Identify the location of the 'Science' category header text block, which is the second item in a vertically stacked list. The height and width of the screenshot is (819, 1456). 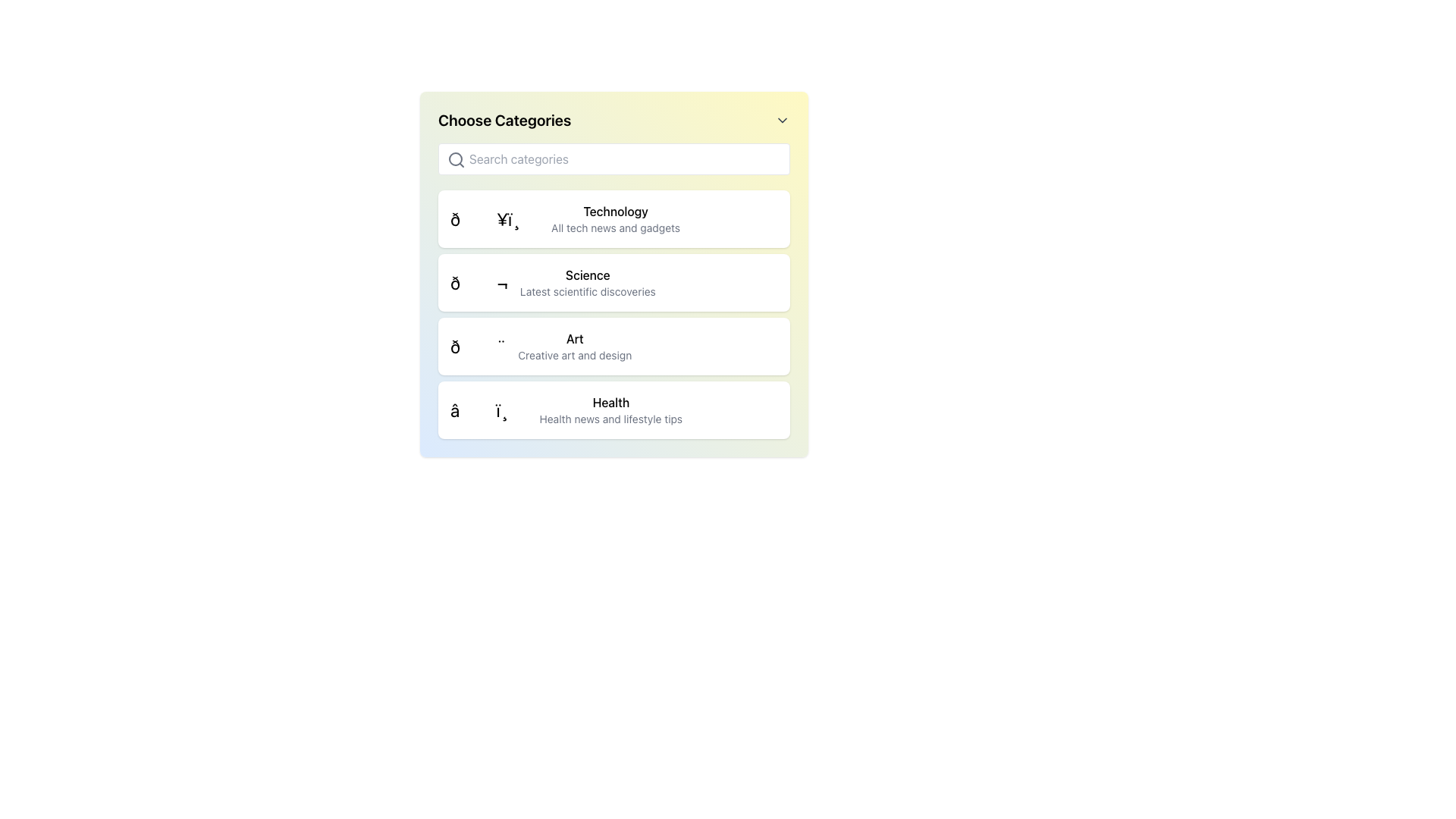
(587, 283).